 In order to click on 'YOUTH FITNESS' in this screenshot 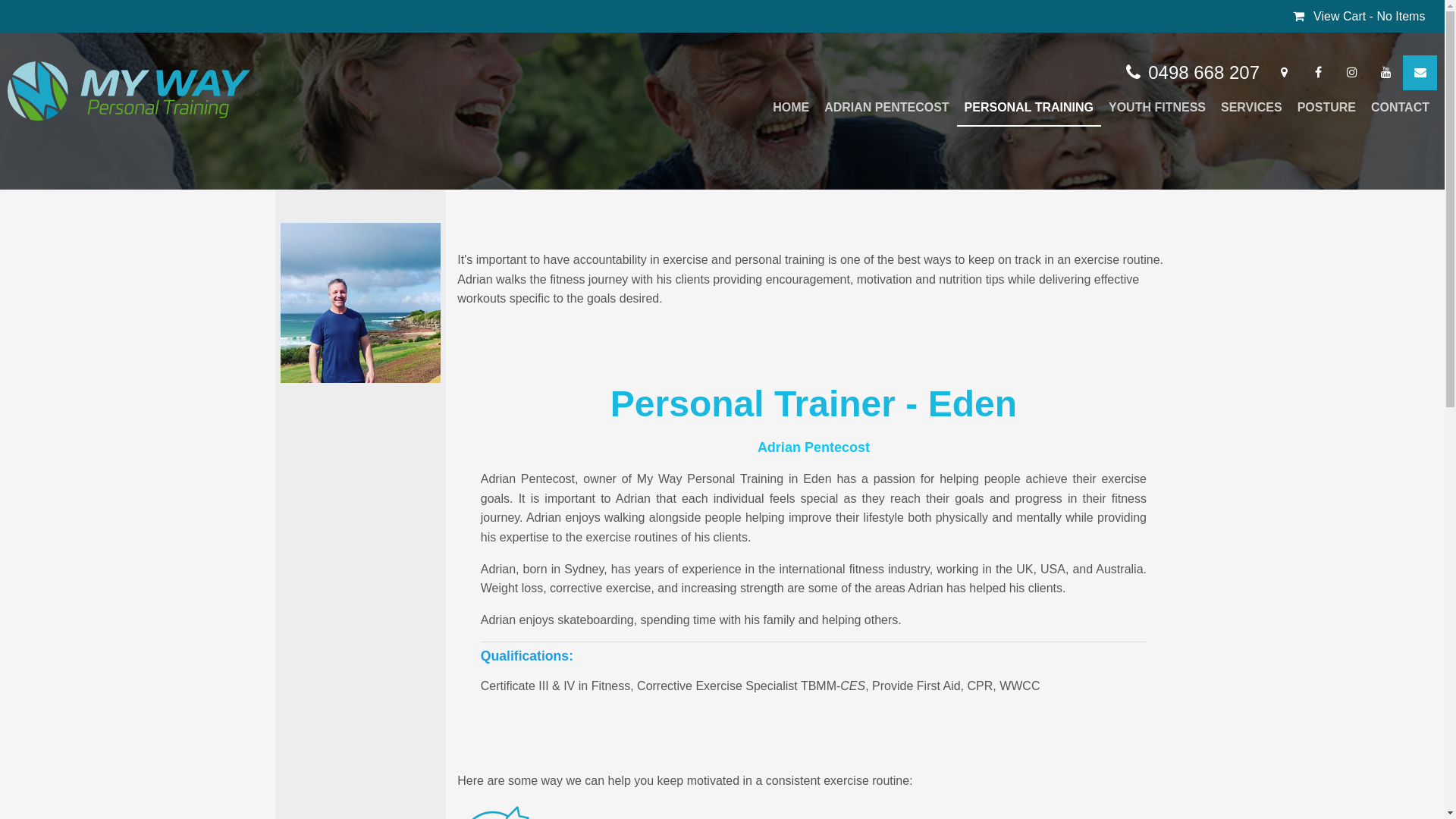, I will do `click(1156, 107)`.